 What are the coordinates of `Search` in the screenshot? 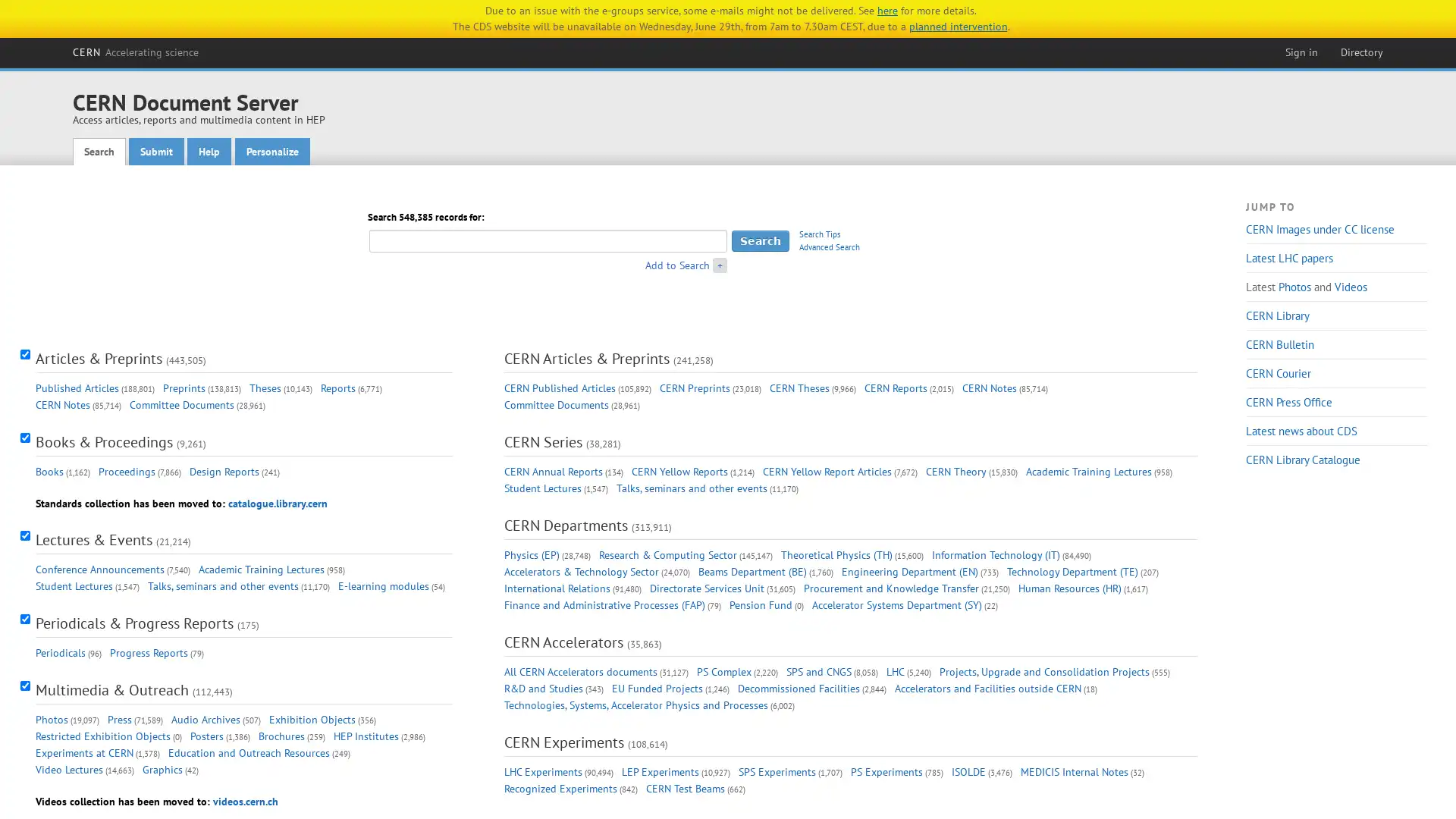 It's located at (760, 239).